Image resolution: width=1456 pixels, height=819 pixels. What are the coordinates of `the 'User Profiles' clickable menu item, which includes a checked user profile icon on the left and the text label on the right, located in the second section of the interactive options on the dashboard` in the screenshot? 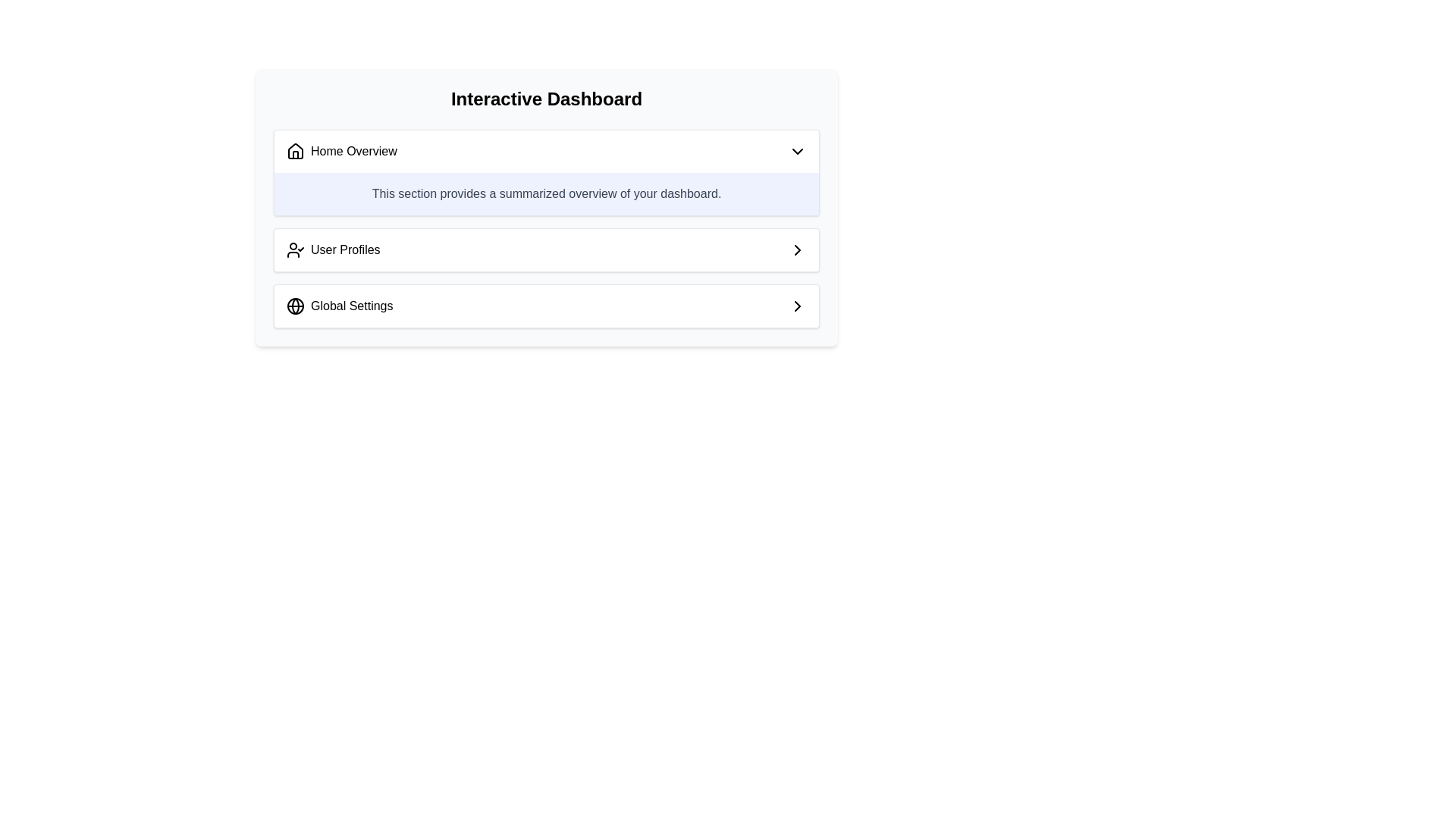 It's located at (332, 249).